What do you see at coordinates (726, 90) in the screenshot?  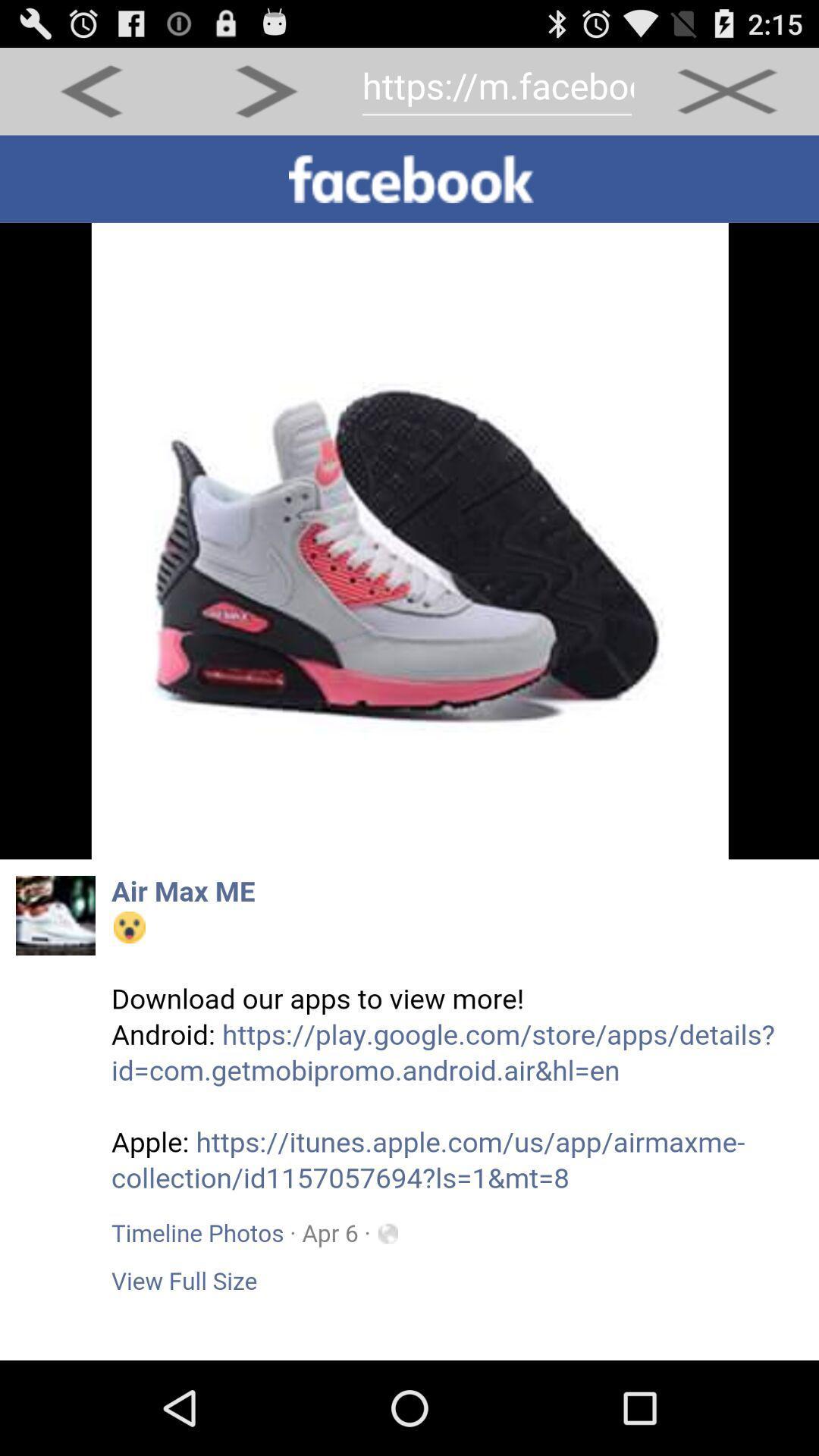 I see `the window` at bounding box center [726, 90].